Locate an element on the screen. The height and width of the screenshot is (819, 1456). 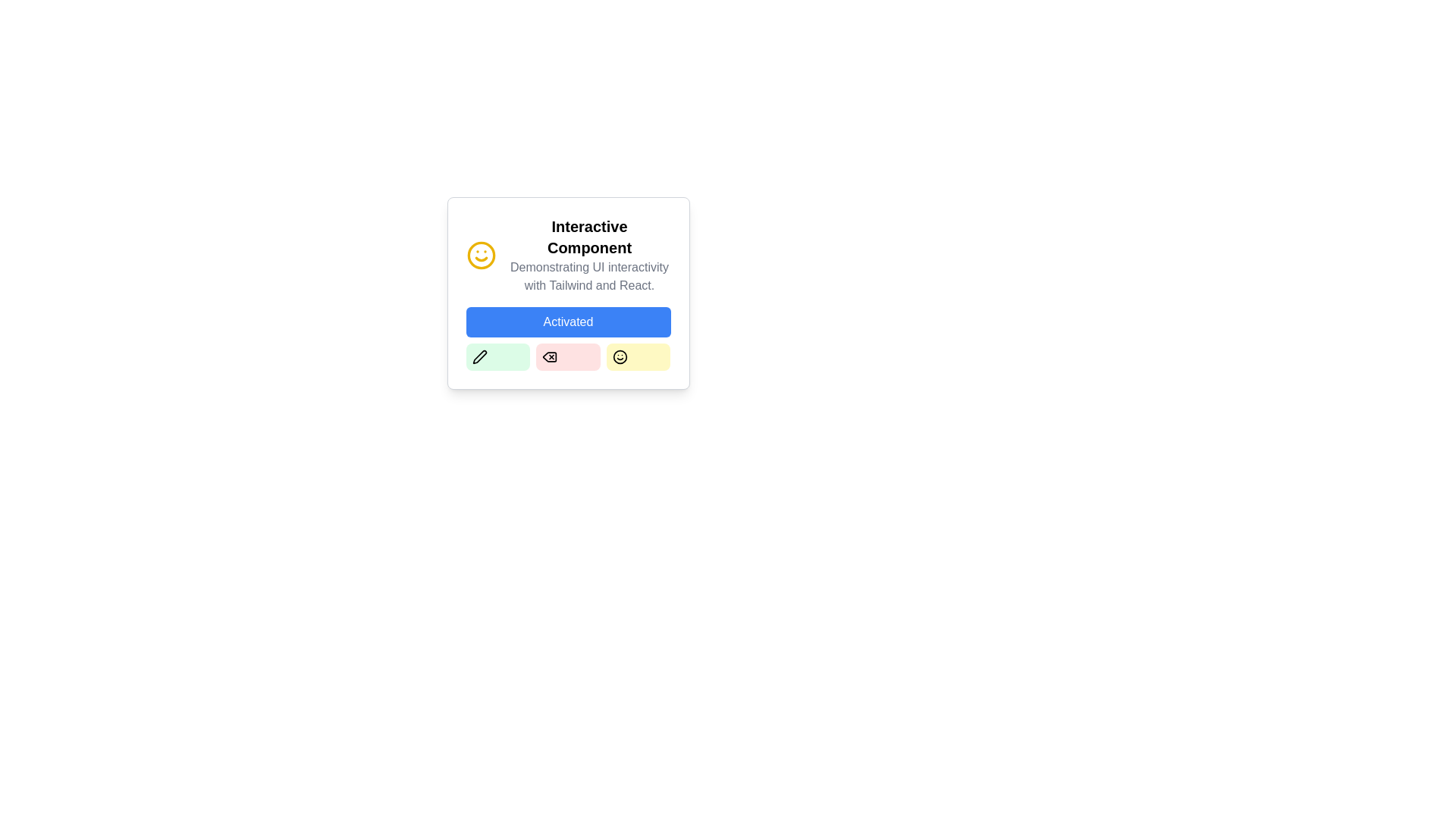
on the 'Interactive Component' text display element with a yellow smiley icon is located at coordinates (567, 254).